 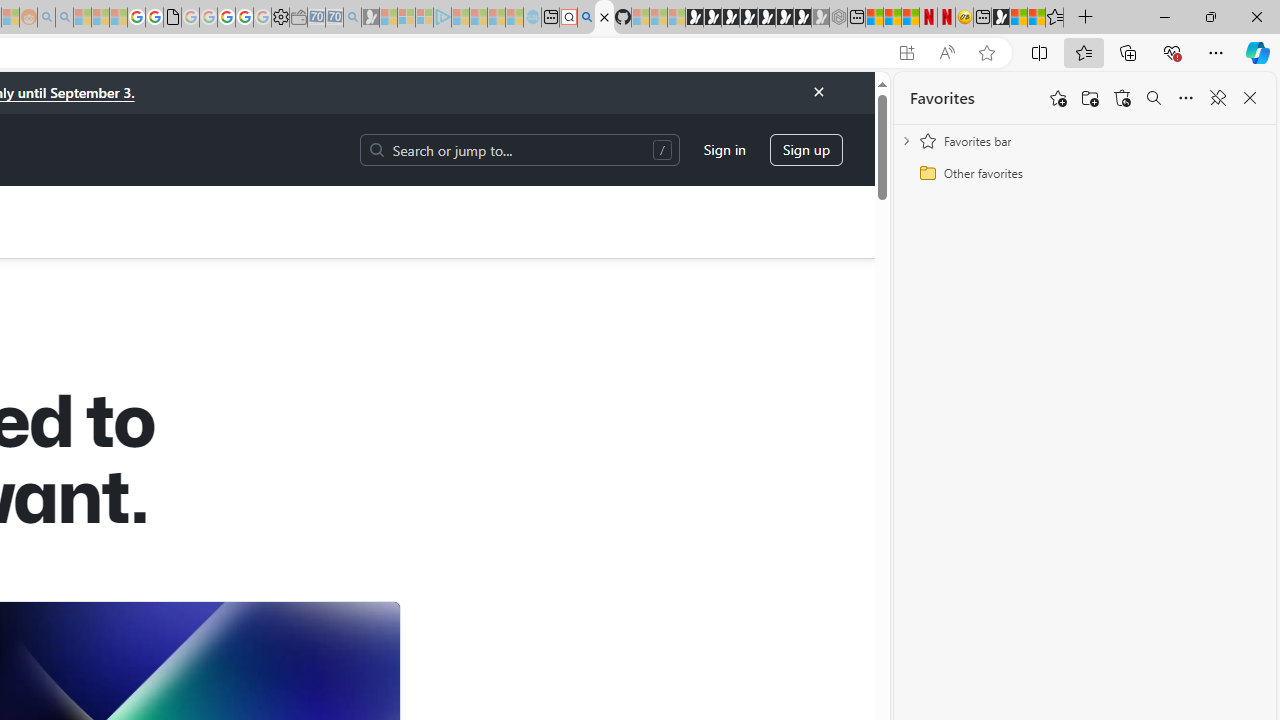 What do you see at coordinates (905, 52) in the screenshot?
I see `'App available. Install GitHub'` at bounding box center [905, 52].